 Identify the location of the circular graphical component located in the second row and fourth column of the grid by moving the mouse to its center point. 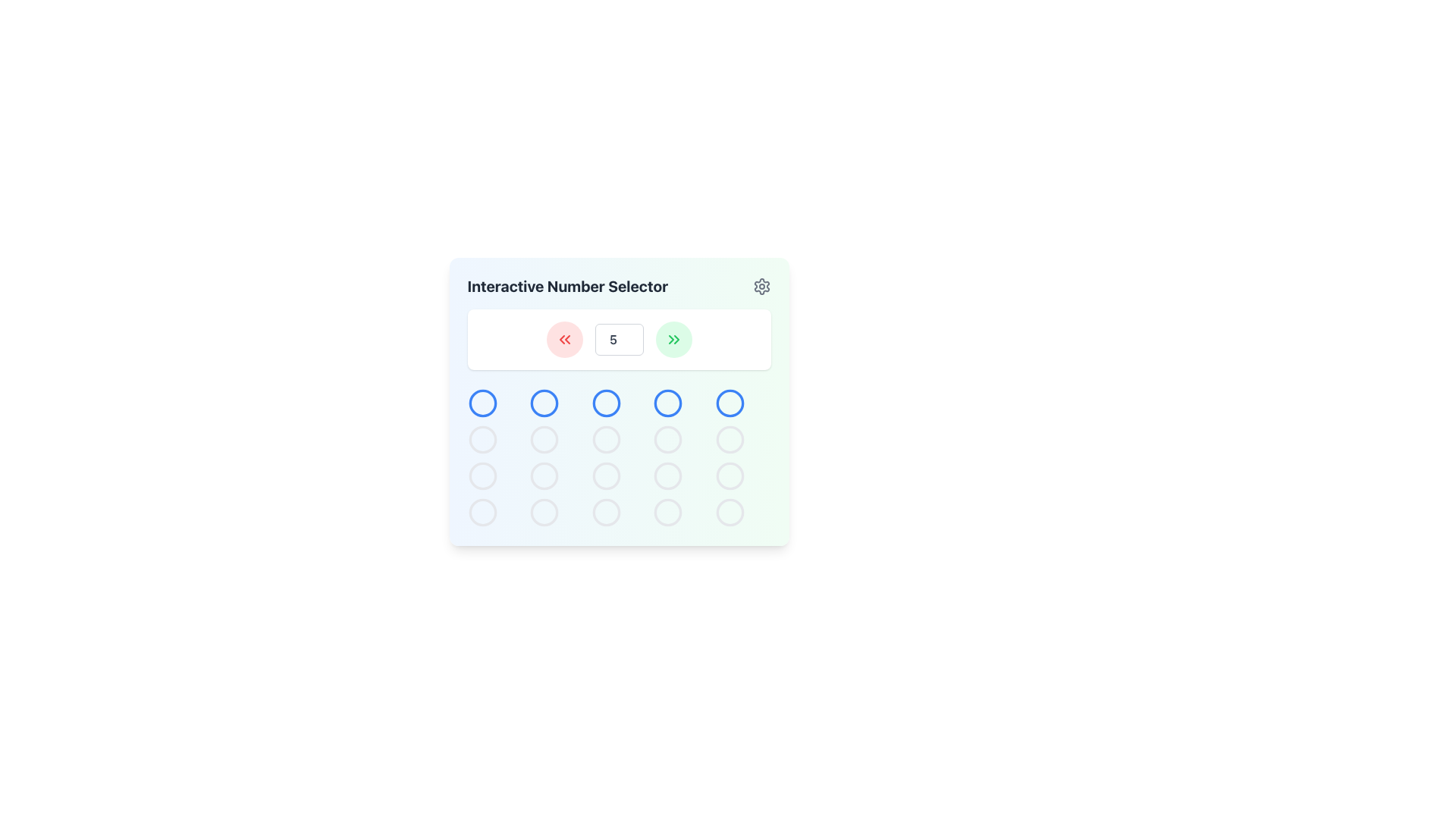
(667, 403).